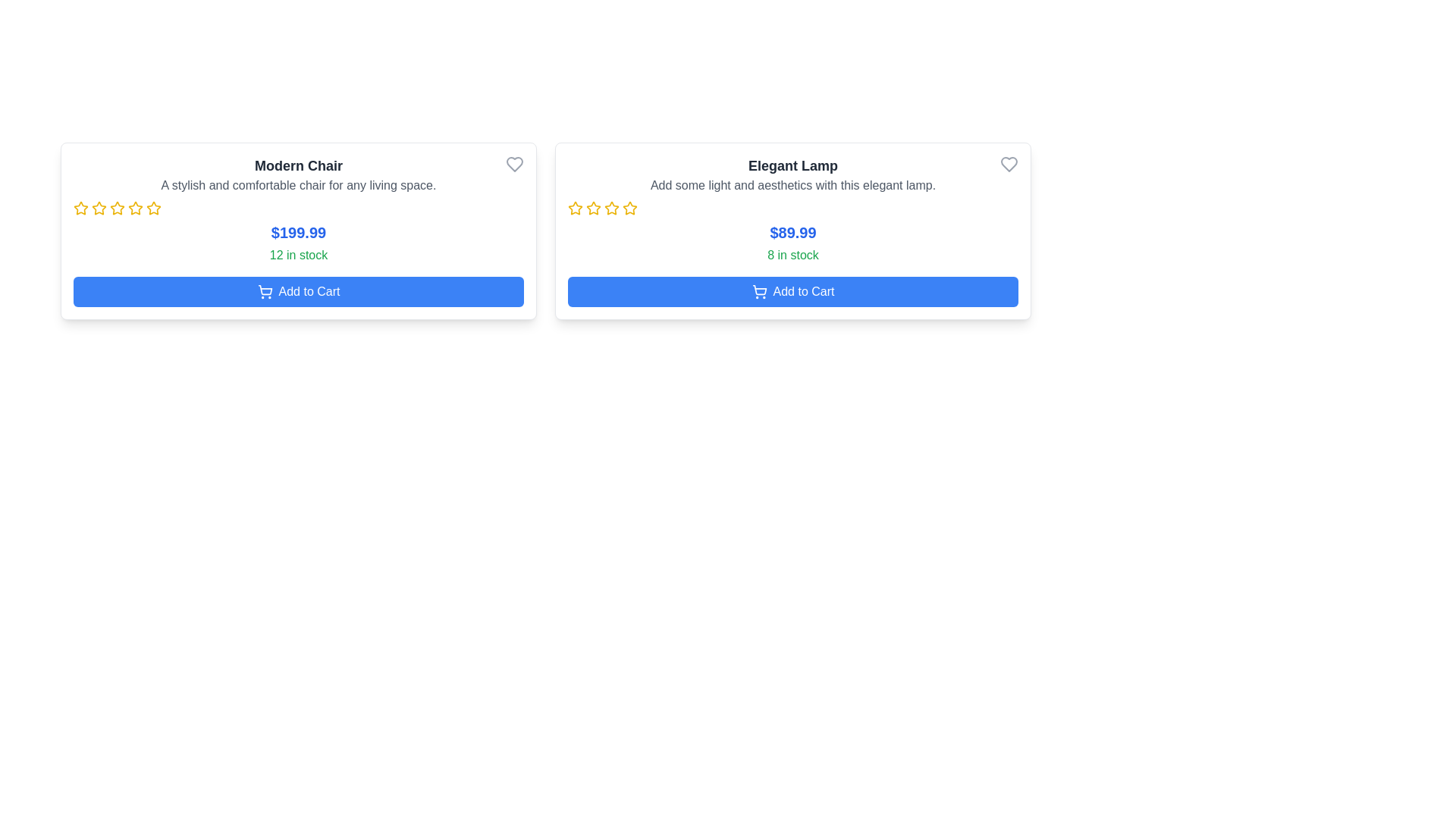  What do you see at coordinates (265, 292) in the screenshot?
I see `the shopping cart icon located inside the 'Add to Cart' button at the bottom of the 'Modern Chair' product display card` at bounding box center [265, 292].